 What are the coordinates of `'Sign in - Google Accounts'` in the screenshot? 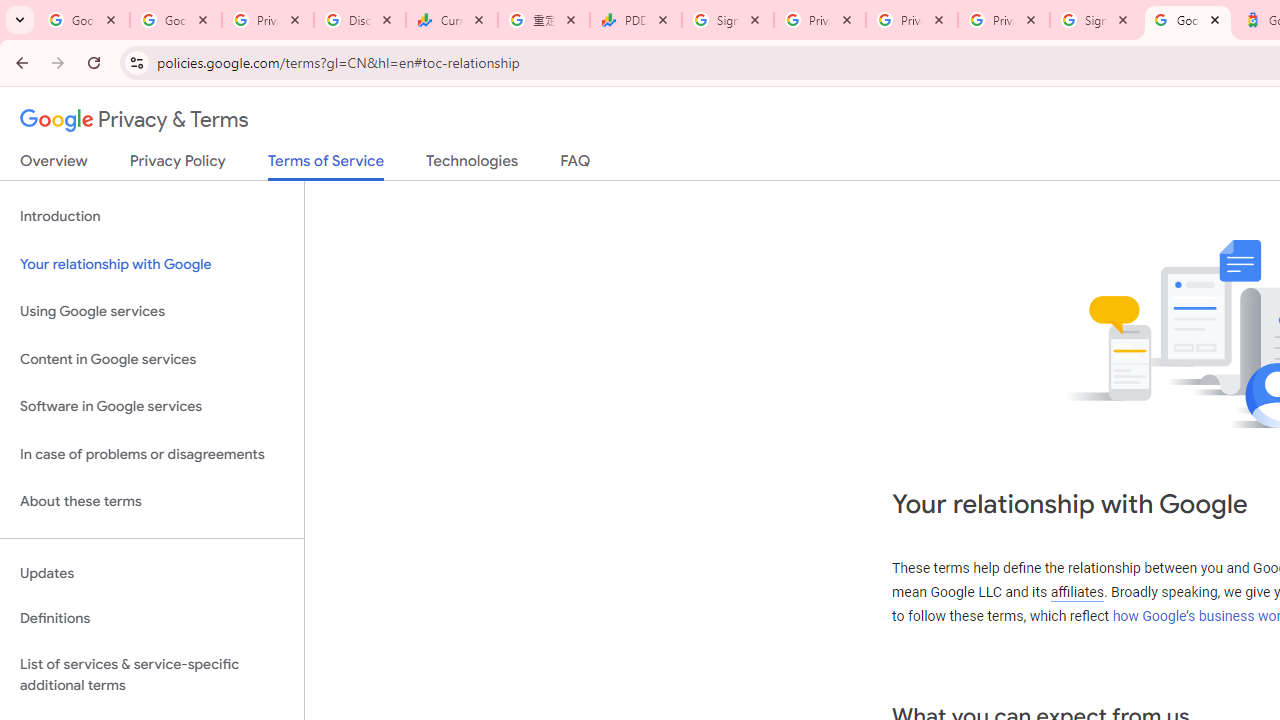 It's located at (1094, 20).